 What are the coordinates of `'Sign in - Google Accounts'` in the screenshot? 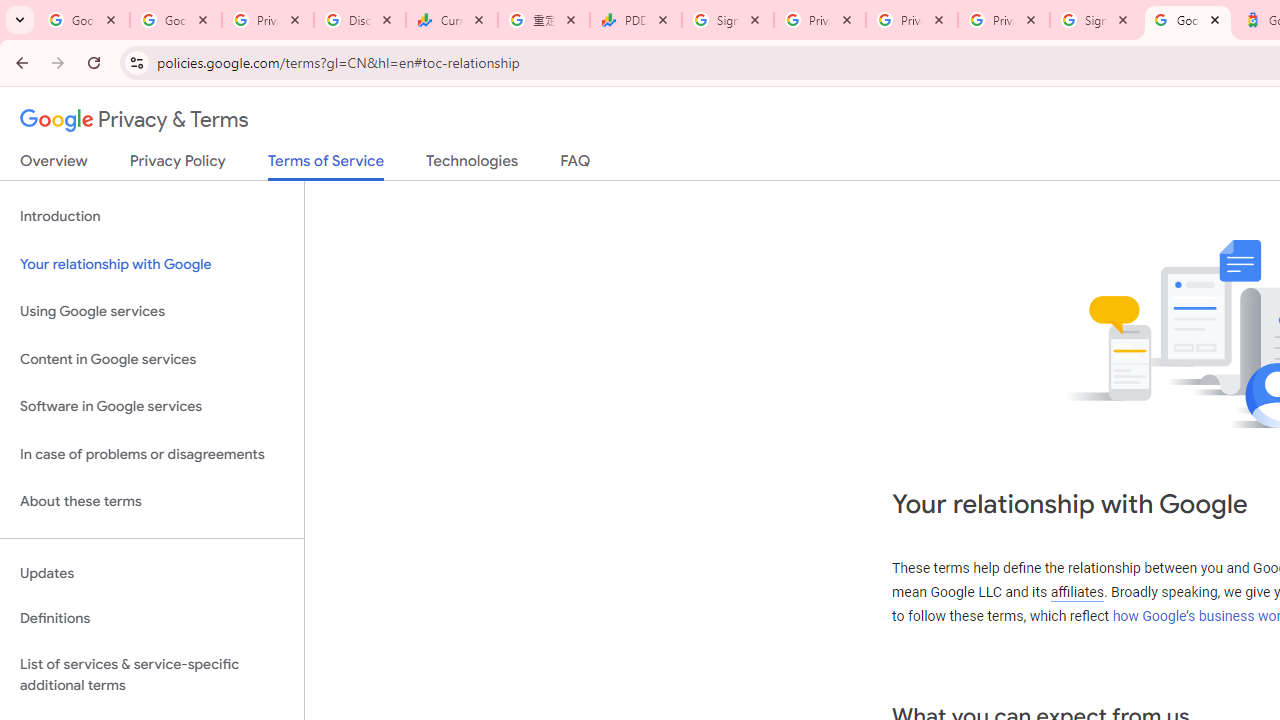 It's located at (1094, 20).